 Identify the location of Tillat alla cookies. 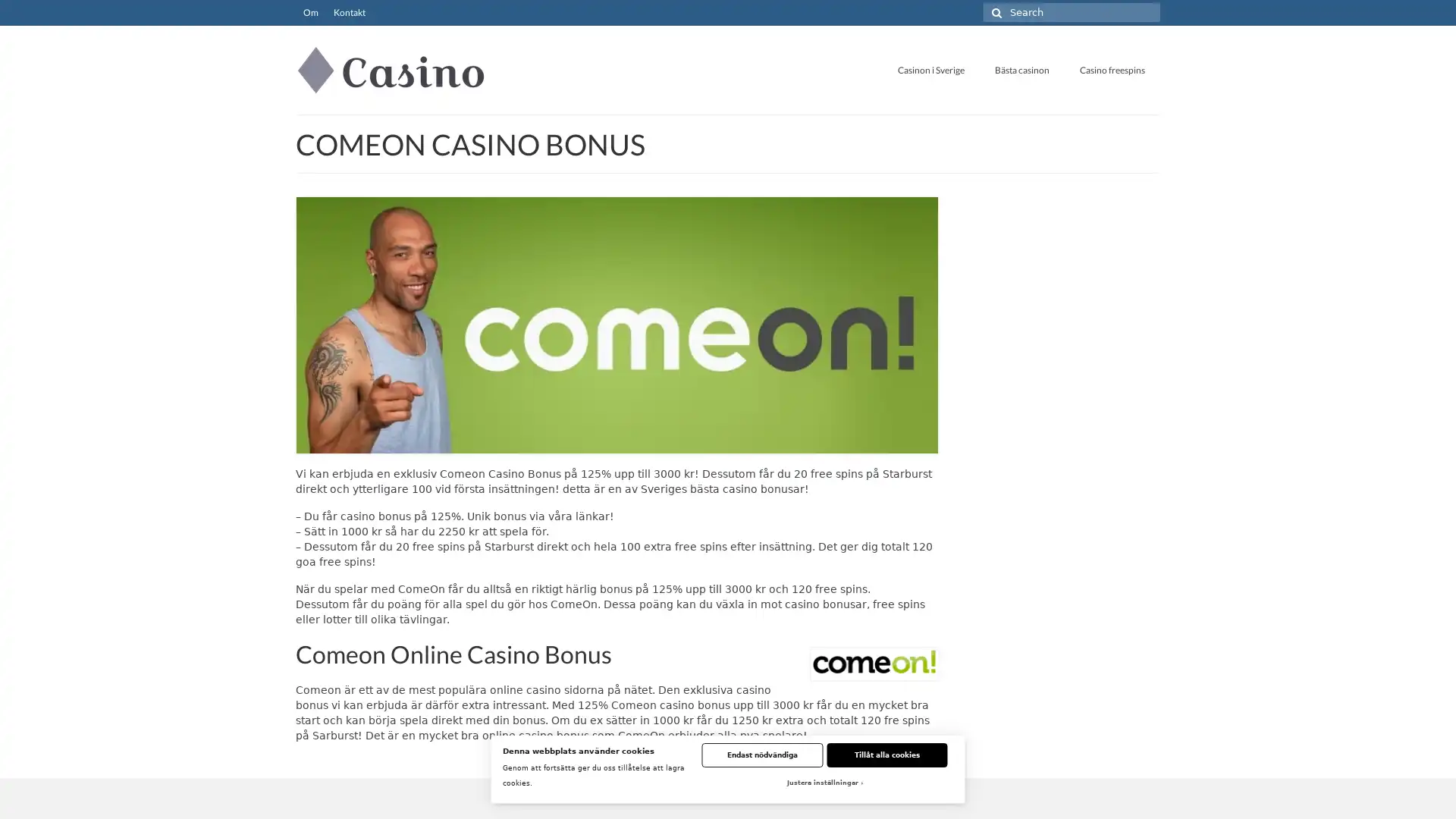
(886, 755).